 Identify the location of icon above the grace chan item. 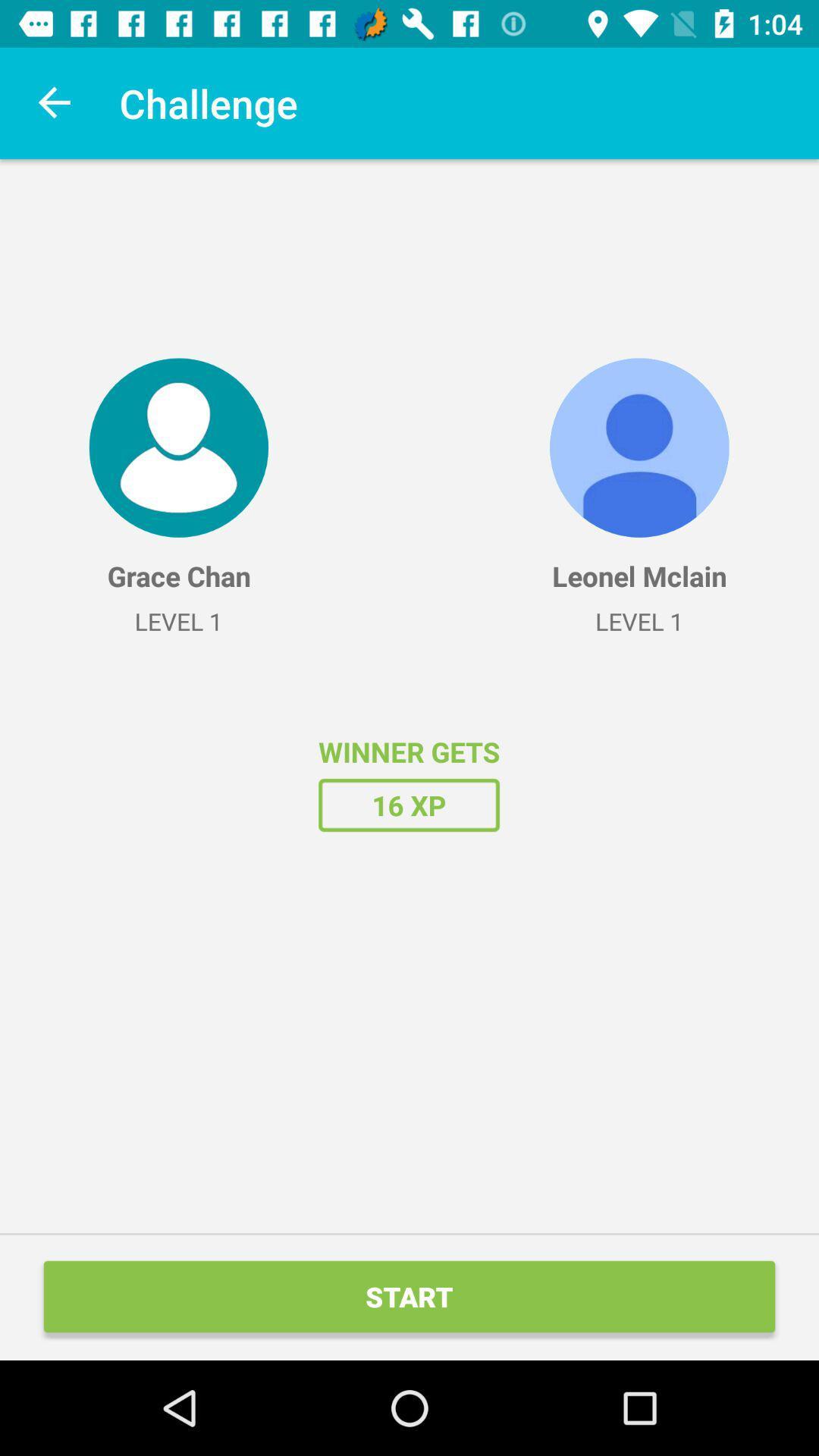
(177, 447).